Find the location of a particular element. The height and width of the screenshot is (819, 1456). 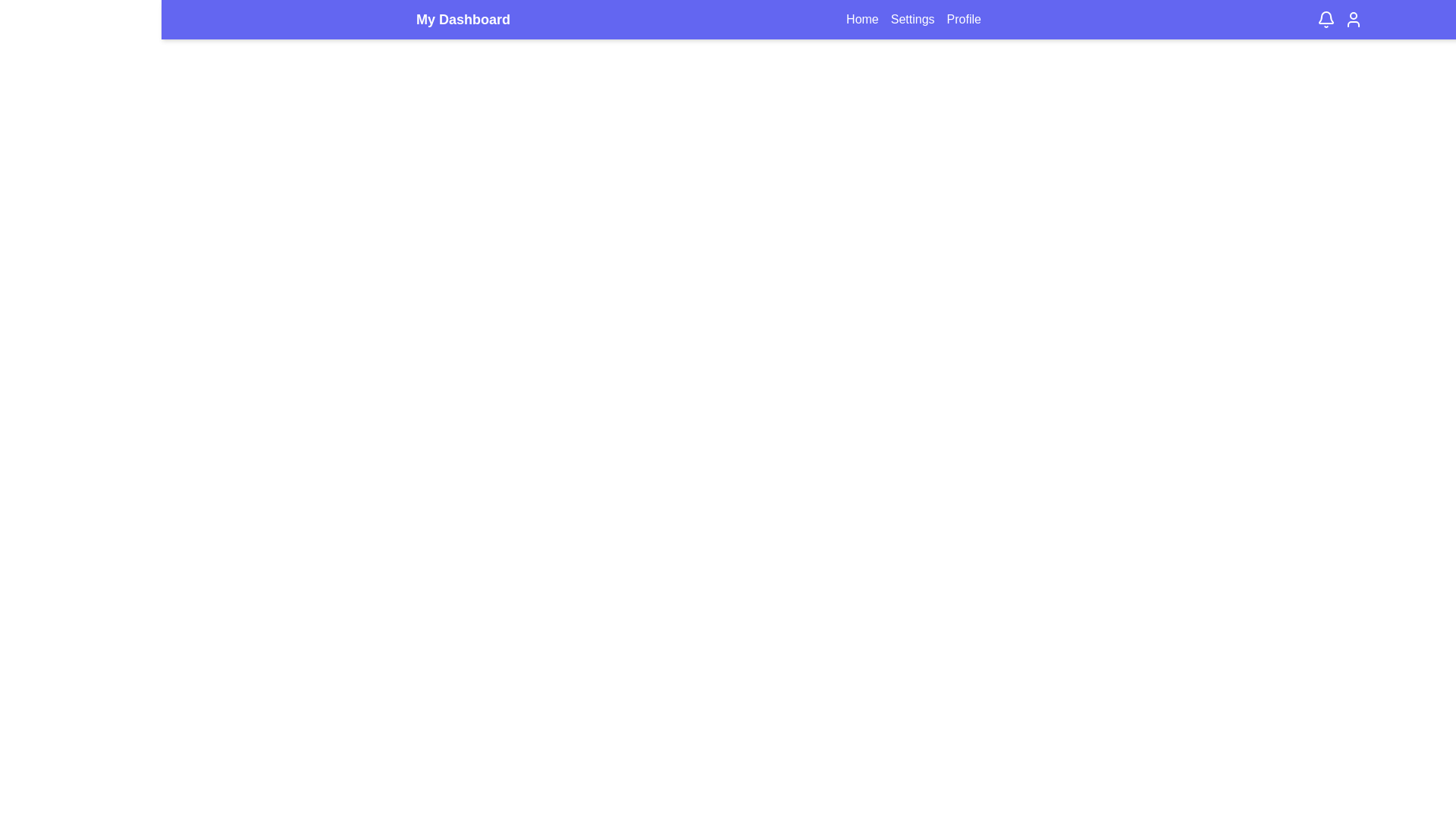

the 'Settings' menu item, which is the second item in the navigation bar with a blue background, displayed in white text that changes to yellow on hover is located at coordinates (912, 20).